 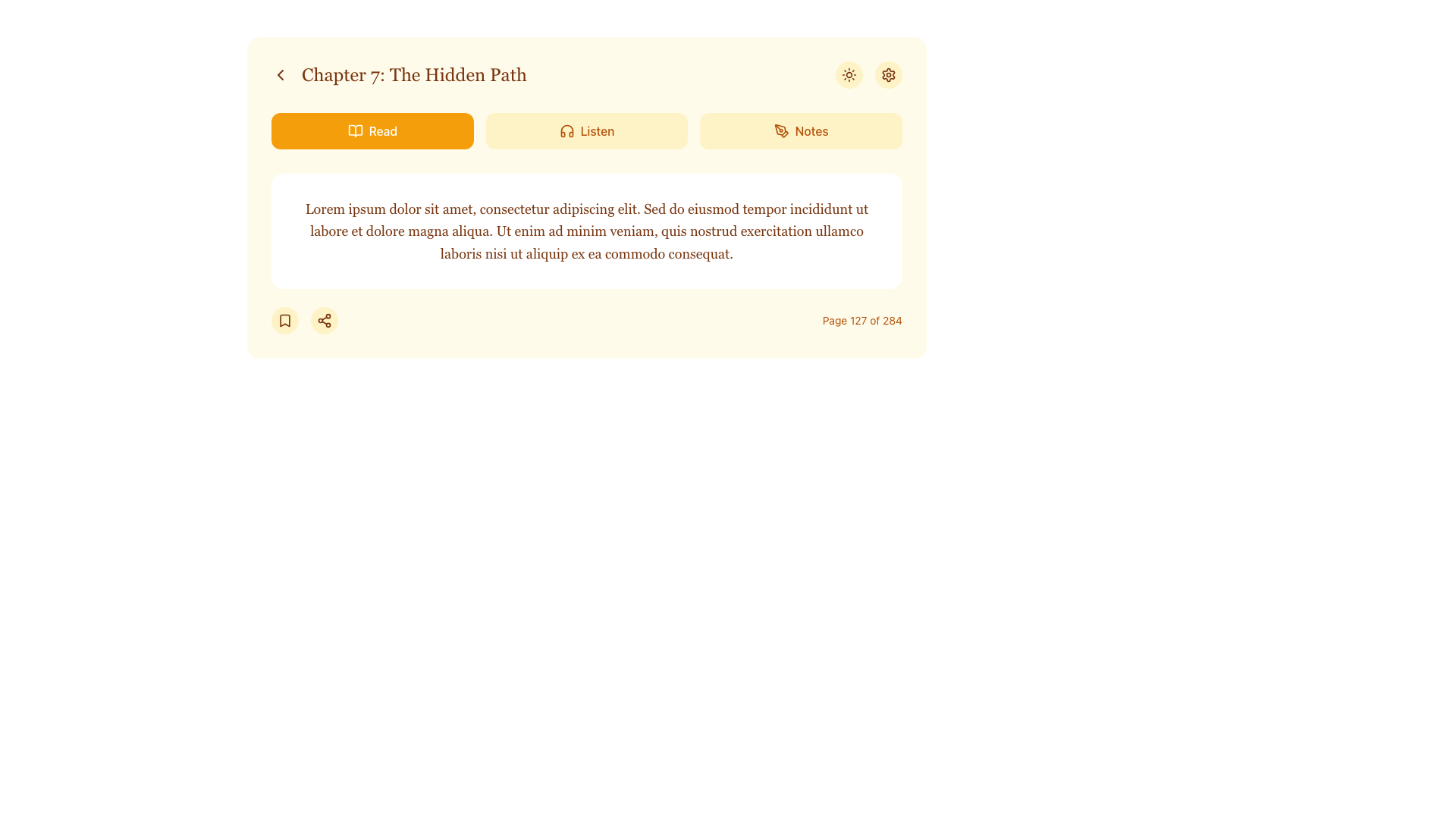 What do you see at coordinates (354, 130) in the screenshot?
I see `the open book icon, which is styled with a clean, minimalistic outline and is located leftmost in the 'Read' button group, adjacent to the label 'Read'` at bounding box center [354, 130].